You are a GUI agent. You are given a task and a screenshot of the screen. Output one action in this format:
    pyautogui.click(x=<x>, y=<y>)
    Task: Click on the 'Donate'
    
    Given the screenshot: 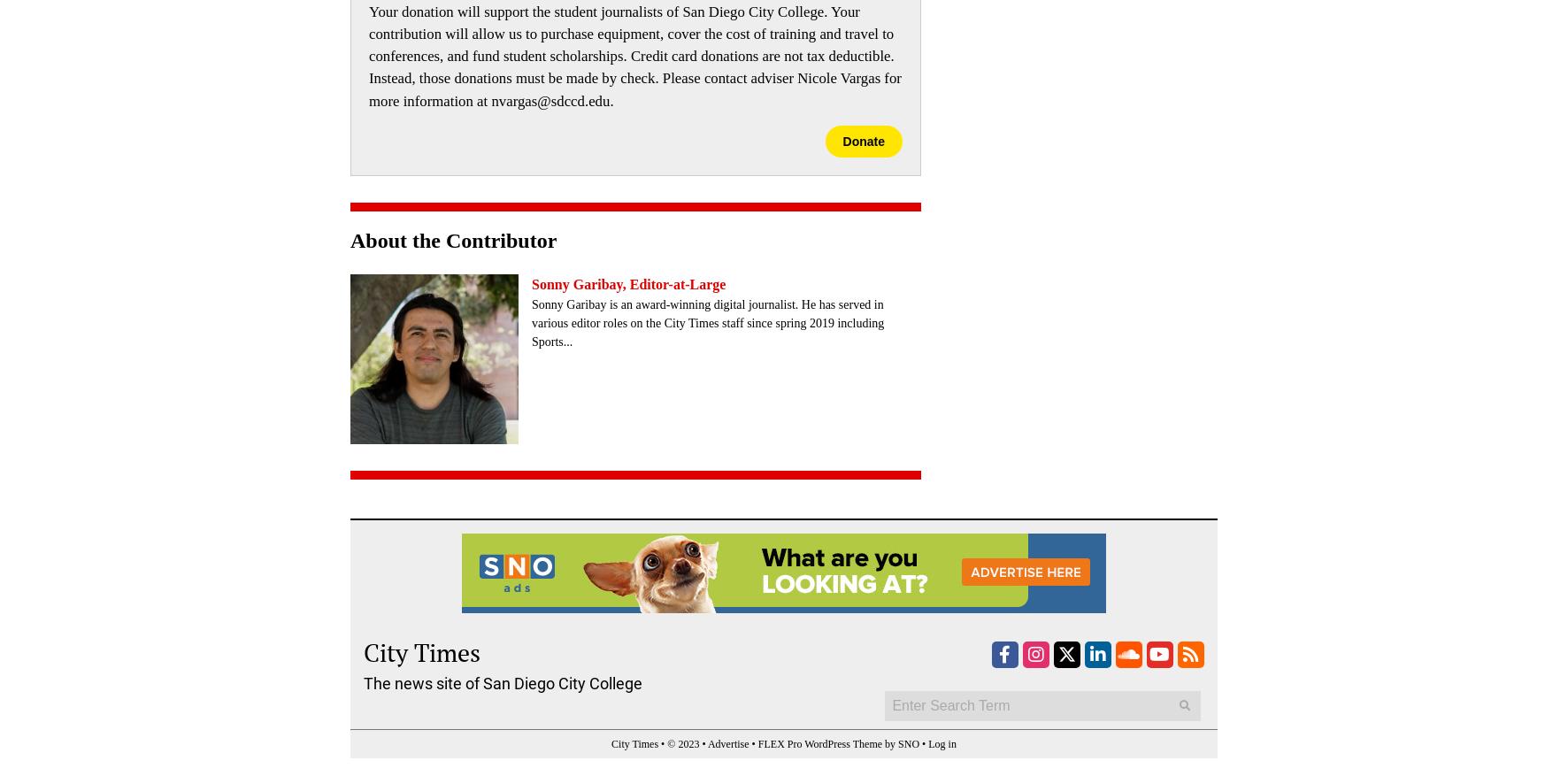 What is the action you would take?
    pyautogui.click(x=863, y=141)
    